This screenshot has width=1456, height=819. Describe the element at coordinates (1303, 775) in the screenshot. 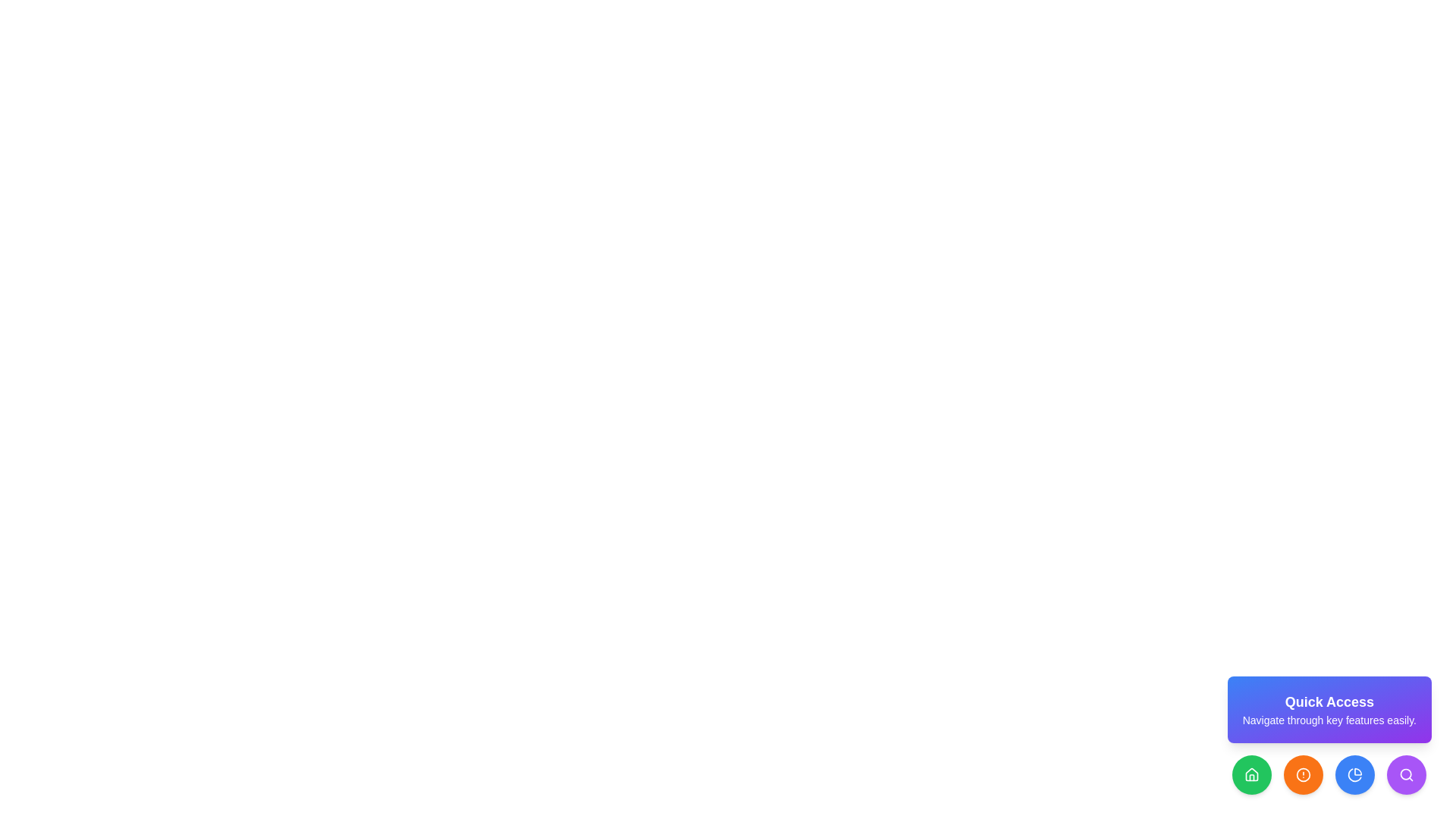

I see `the orange circle icon located at the bottom-right corner of the interface, which is the second icon from the left` at that location.